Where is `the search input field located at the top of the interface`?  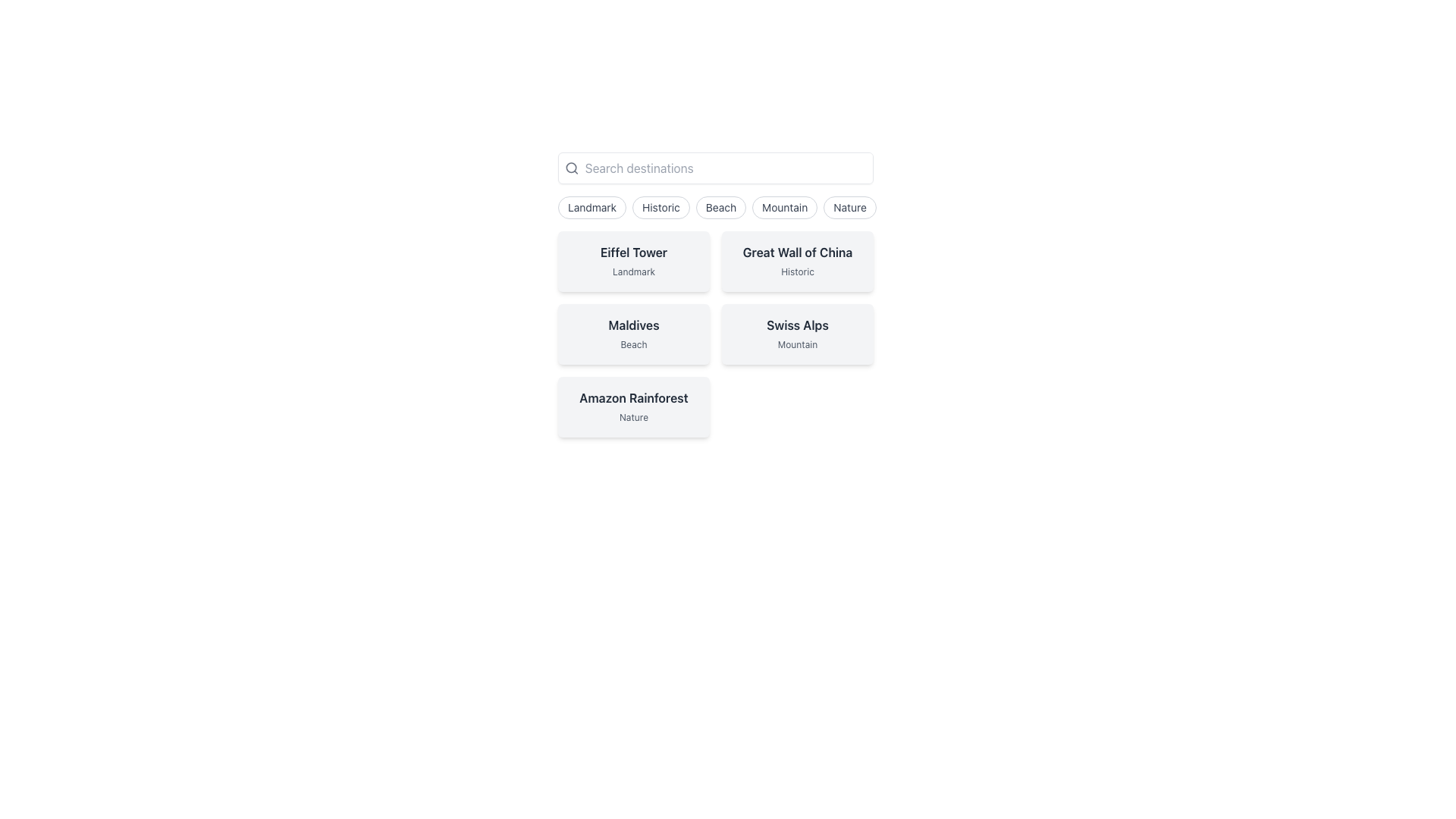 the search input field located at the top of the interface is located at coordinates (715, 168).